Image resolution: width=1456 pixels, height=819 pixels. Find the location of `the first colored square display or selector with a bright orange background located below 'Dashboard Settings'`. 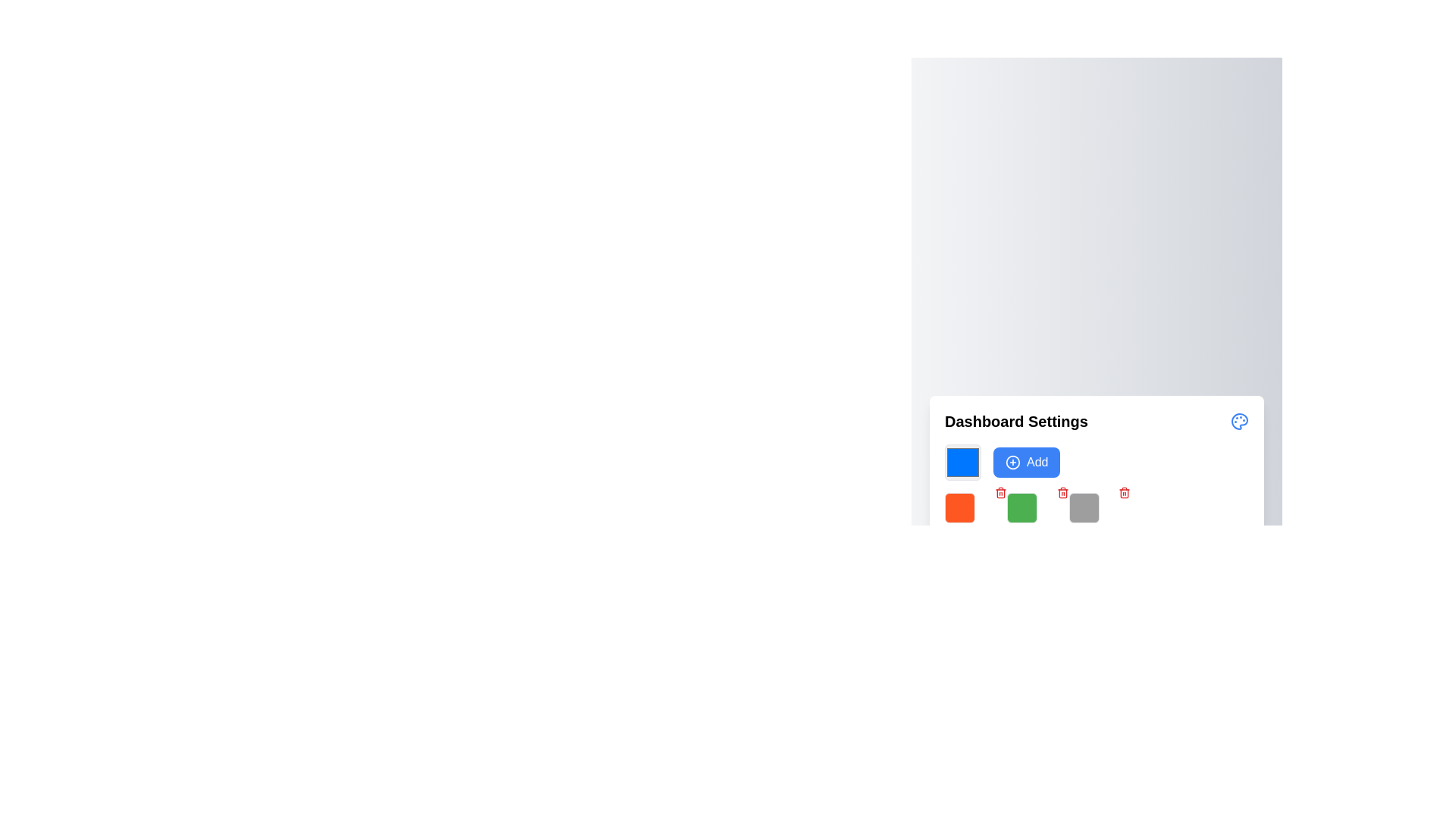

the first colored square display or selector with a bright orange background located below 'Dashboard Settings' is located at coordinates (959, 508).